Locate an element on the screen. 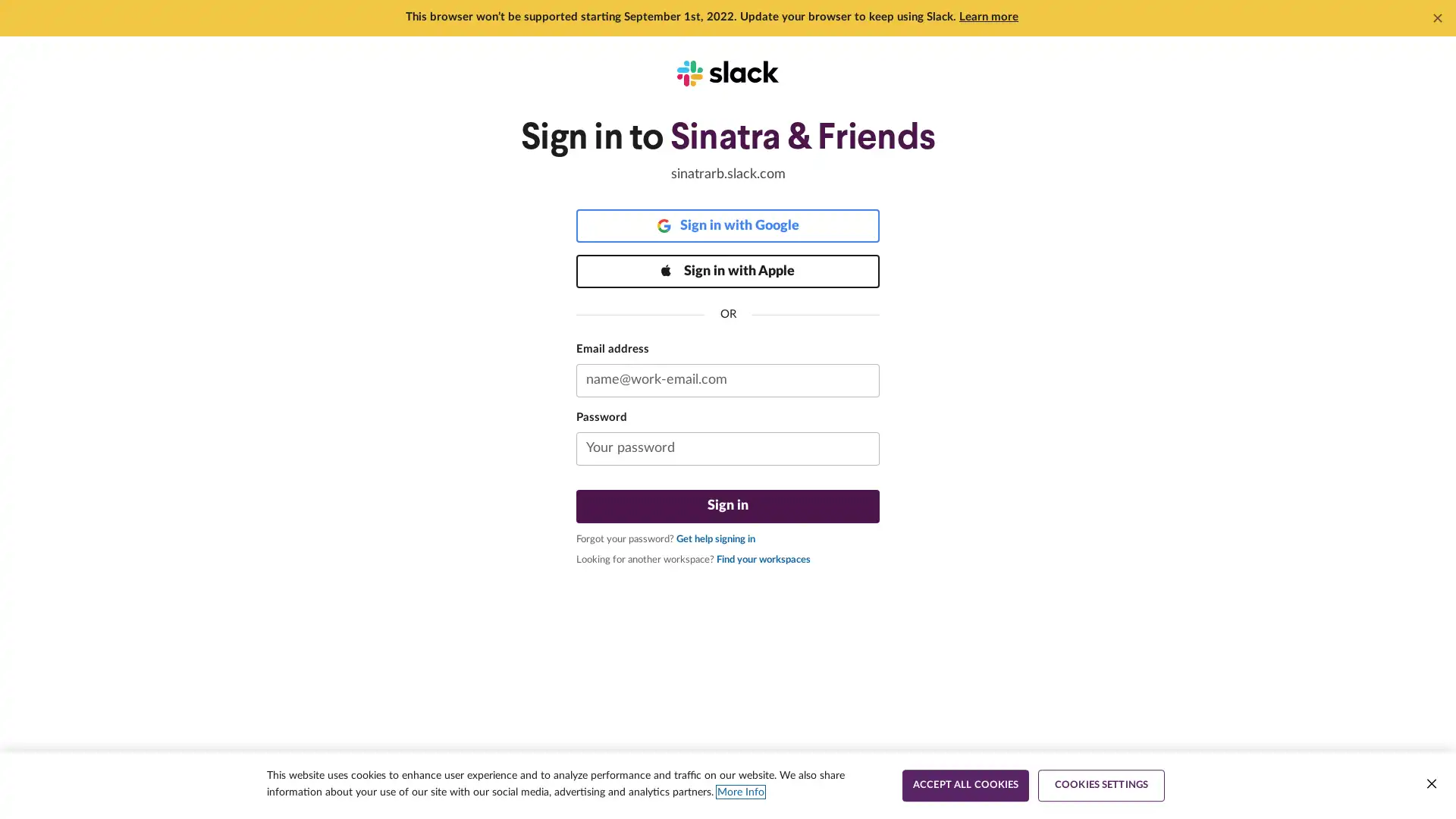  Close is located at coordinates (1430, 783).